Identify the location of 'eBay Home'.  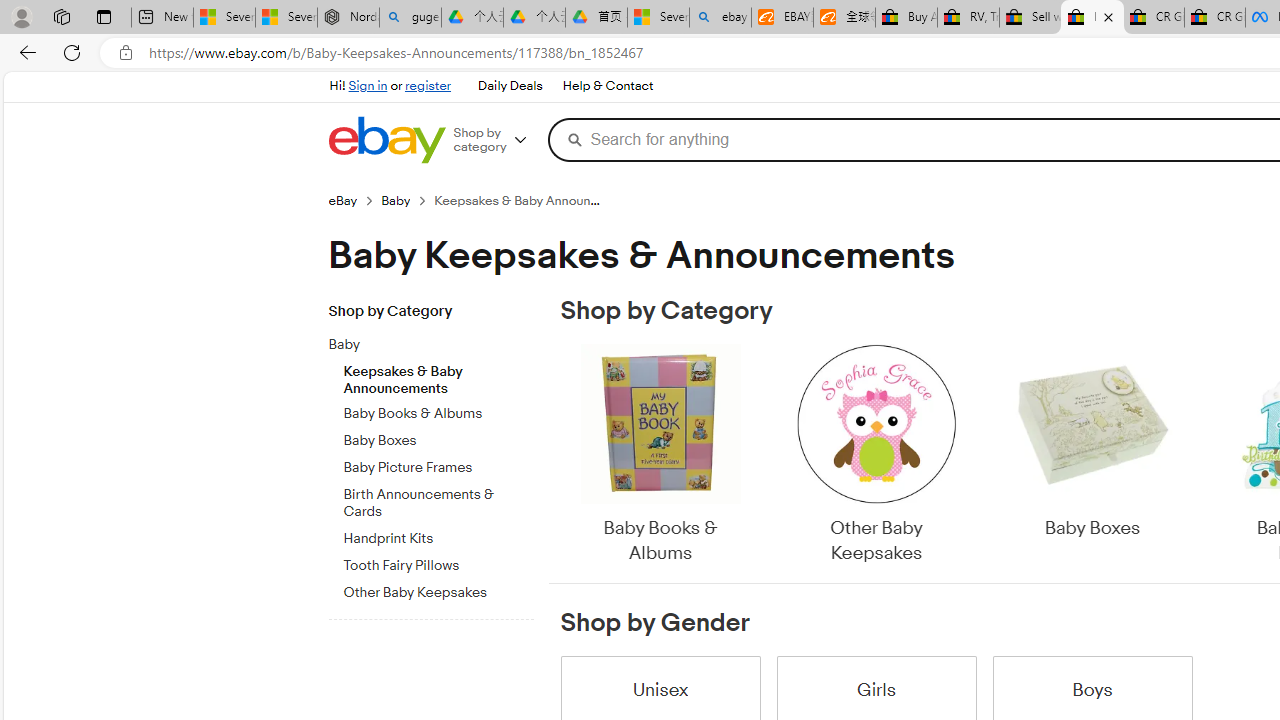
(386, 139).